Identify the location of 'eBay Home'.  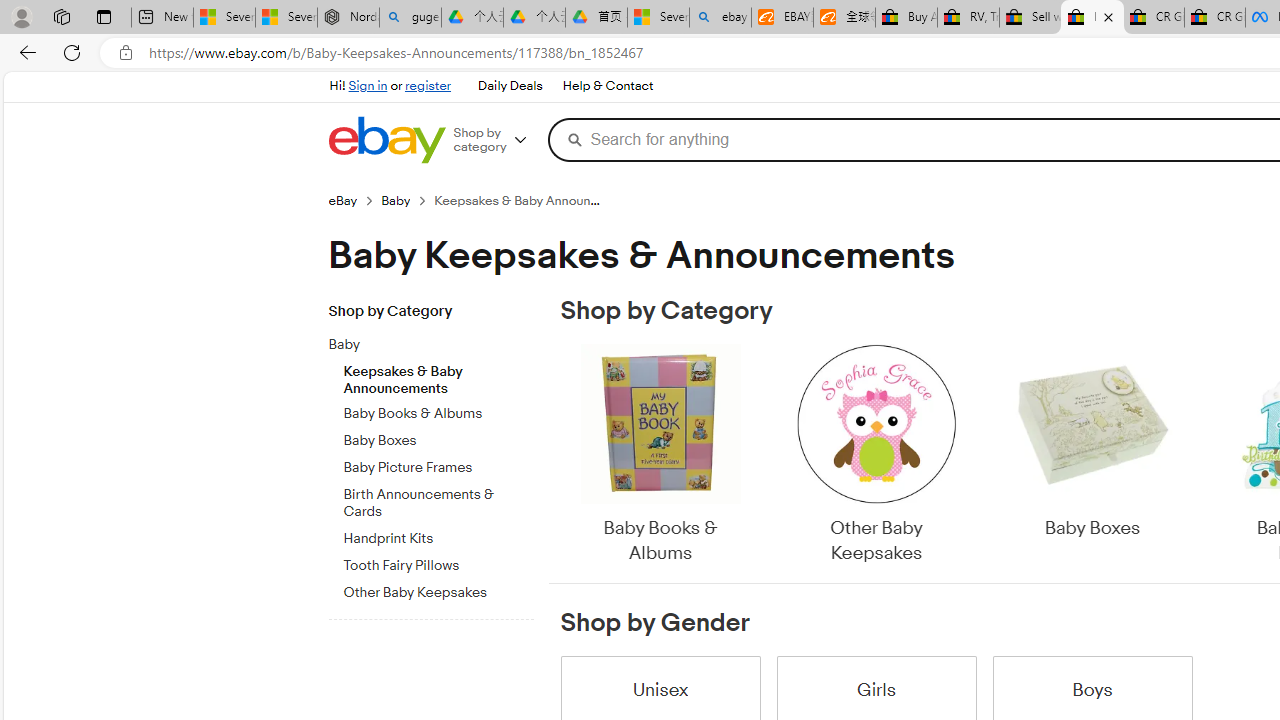
(386, 139).